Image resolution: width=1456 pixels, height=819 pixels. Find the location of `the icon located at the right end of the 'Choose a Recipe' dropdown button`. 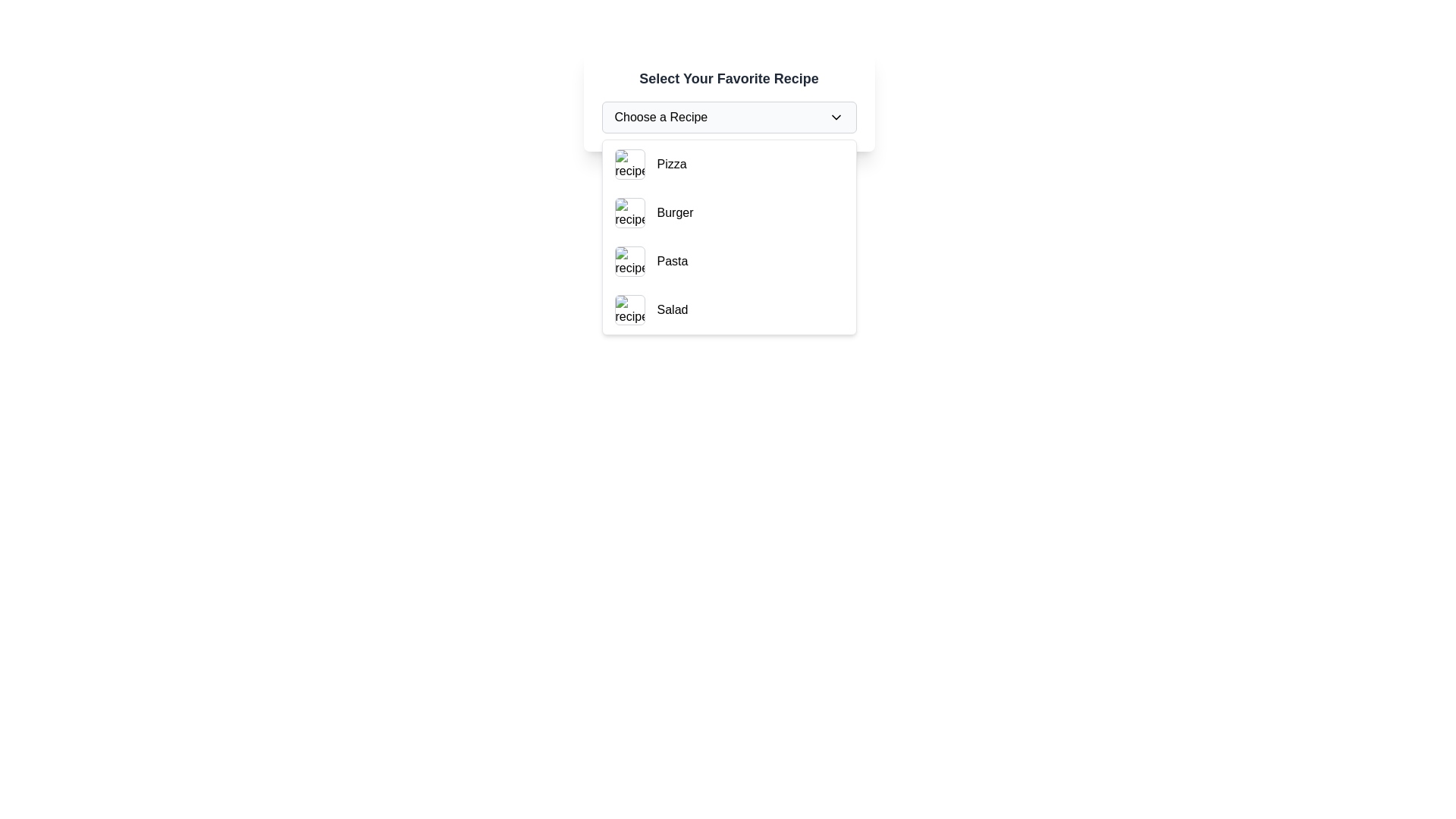

the icon located at the right end of the 'Choose a Recipe' dropdown button is located at coordinates (835, 116).